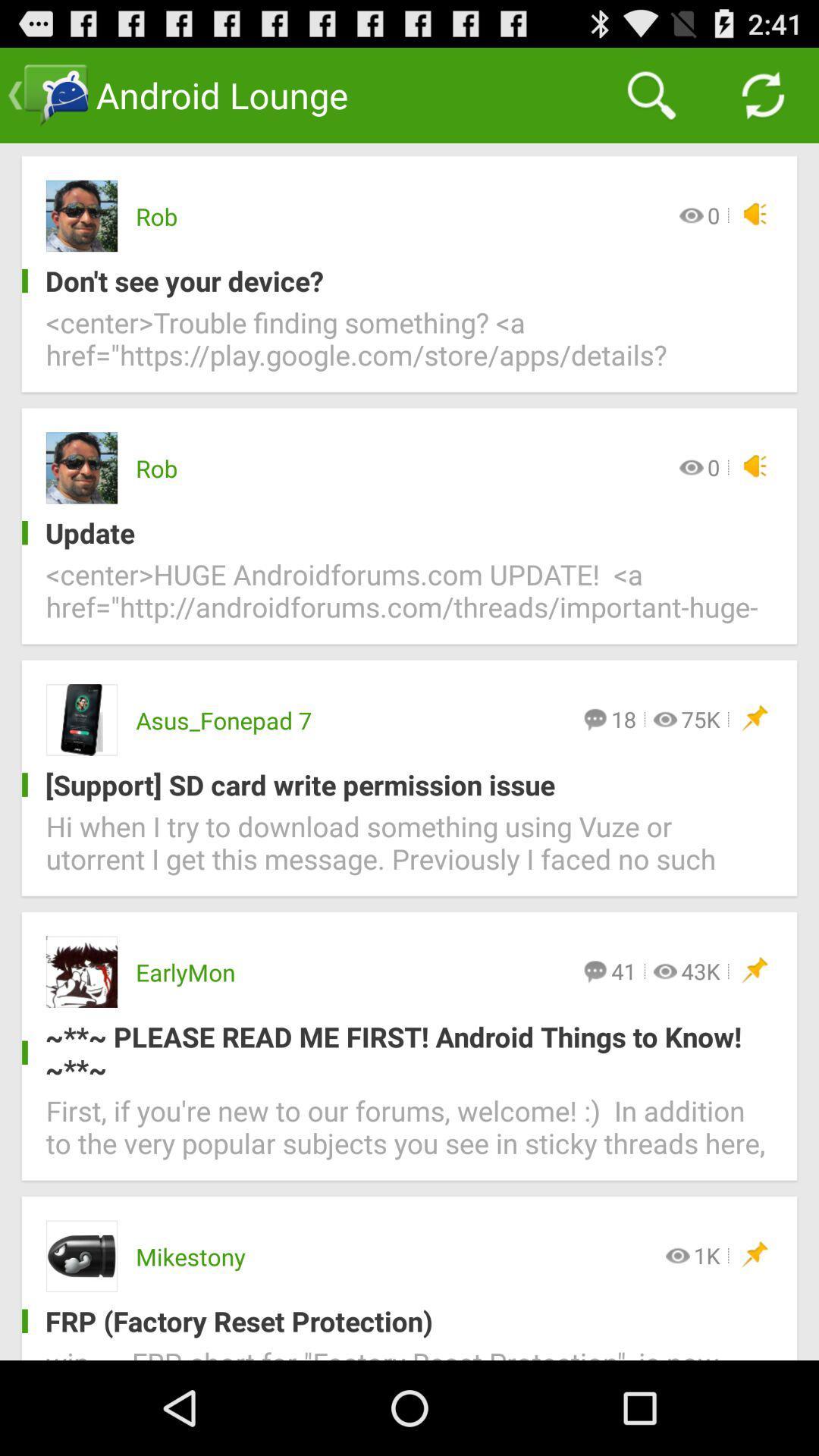 This screenshot has height=1456, width=819. What do you see at coordinates (397, 785) in the screenshot?
I see `item above the hi when i` at bounding box center [397, 785].